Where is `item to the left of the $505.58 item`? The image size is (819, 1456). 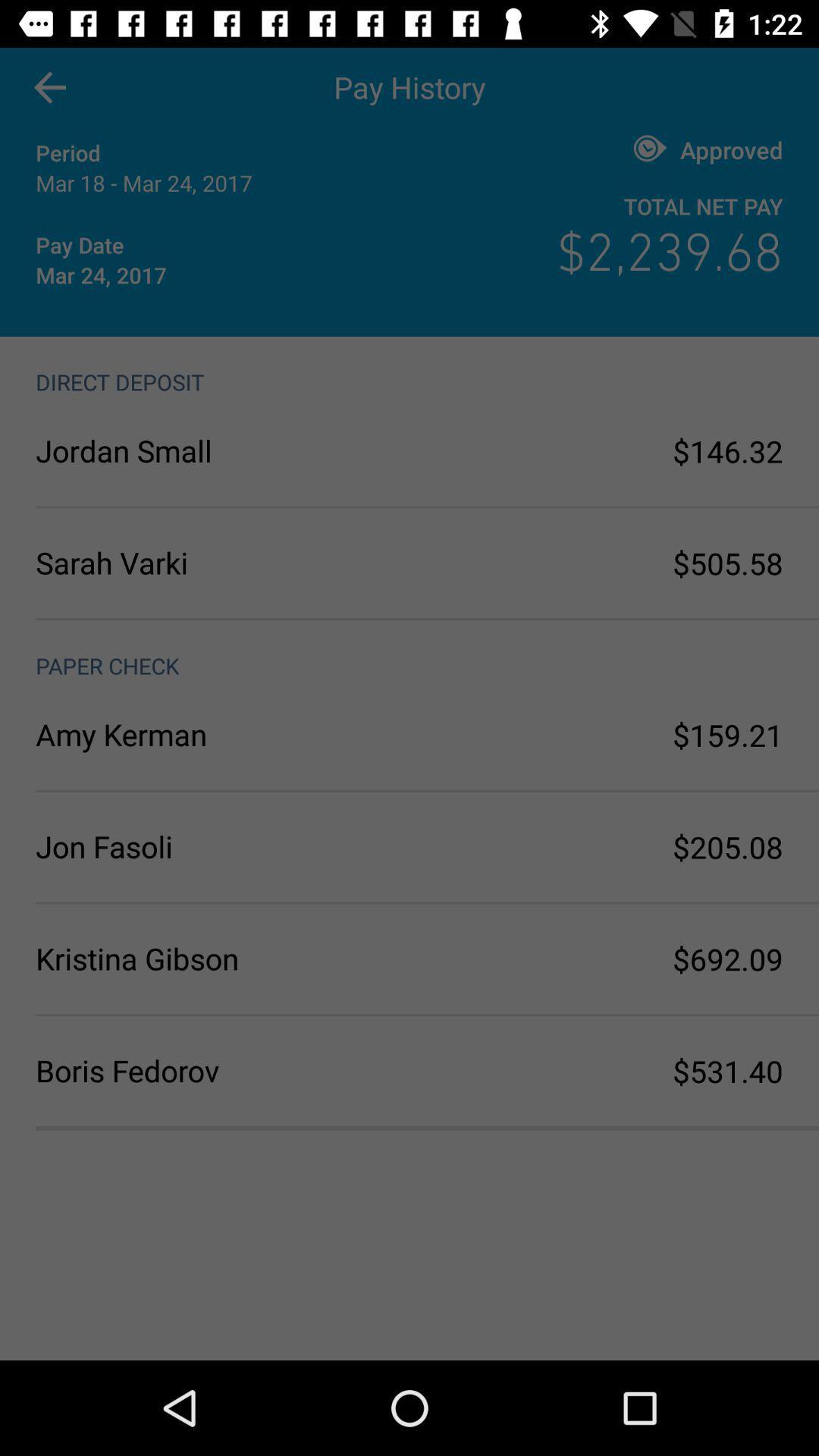 item to the left of the $505.58 item is located at coordinates (222, 562).